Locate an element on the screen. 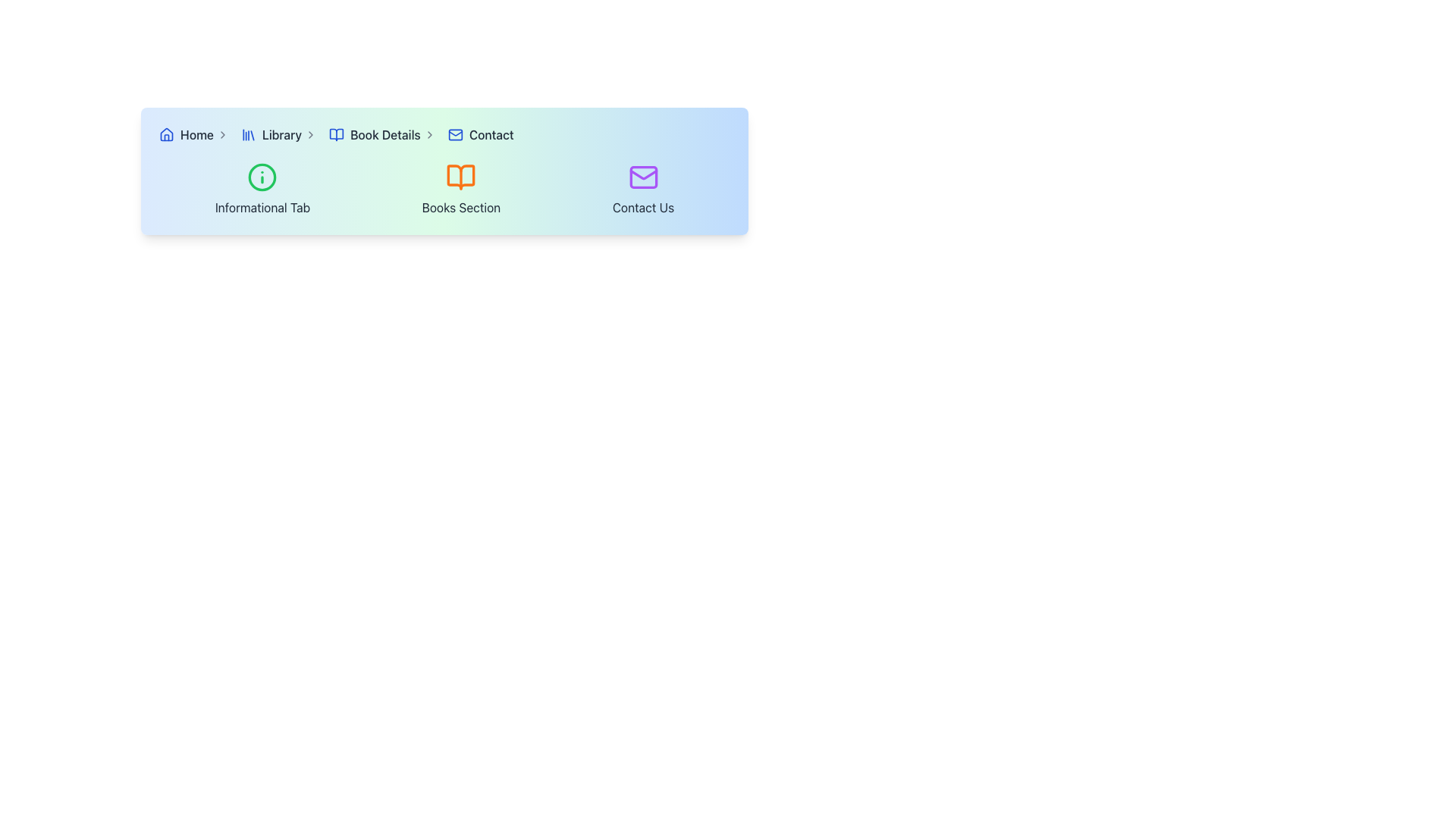  the navigation option labeled 'Books Section', which features an orange open book icon and is positioned in the middle of a row of three navigation items is located at coordinates (460, 189).